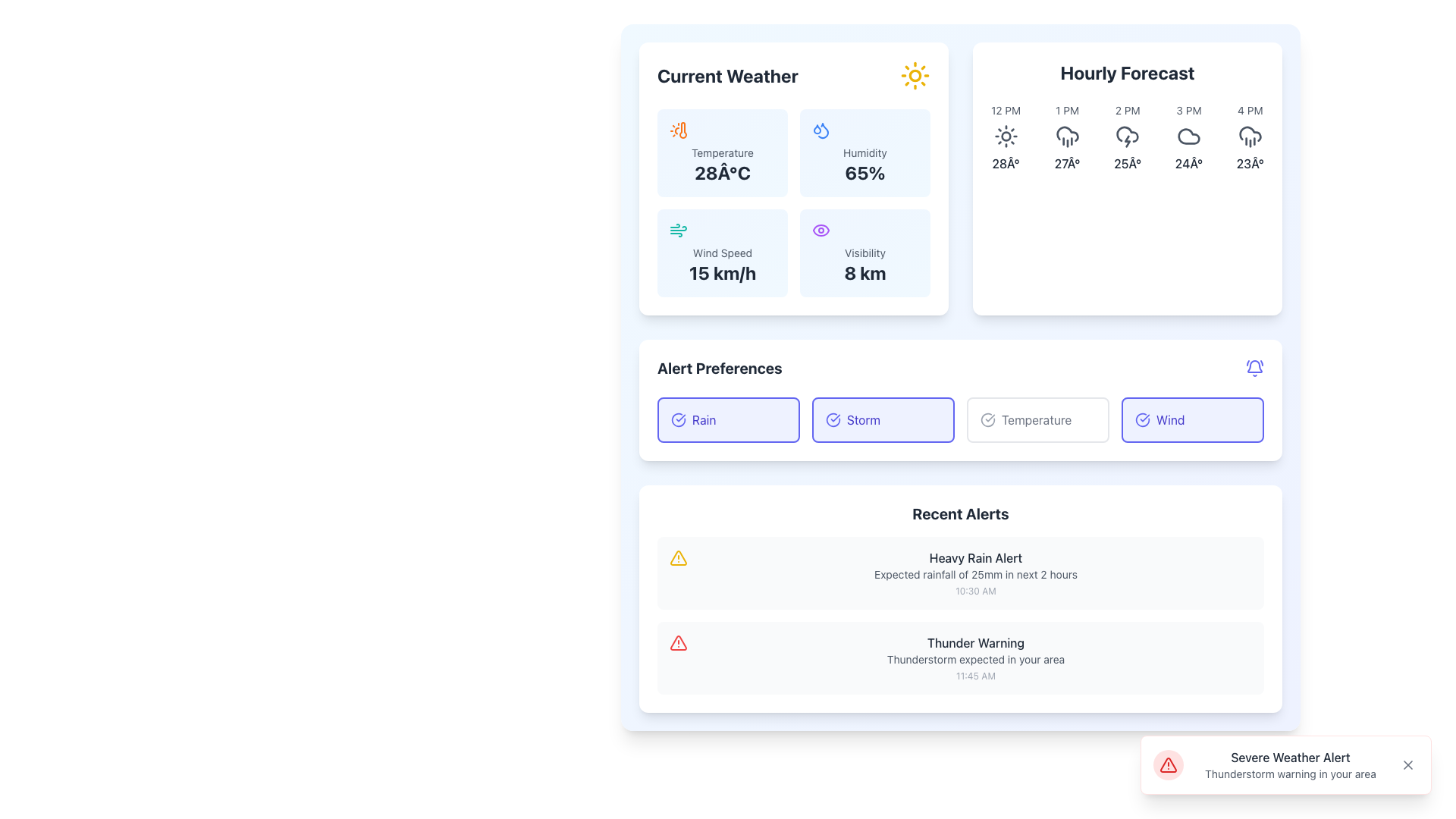  I want to click on the static text label displaying '1 PM' in the 'Hourly Forecast' section for information, so click(1066, 110).